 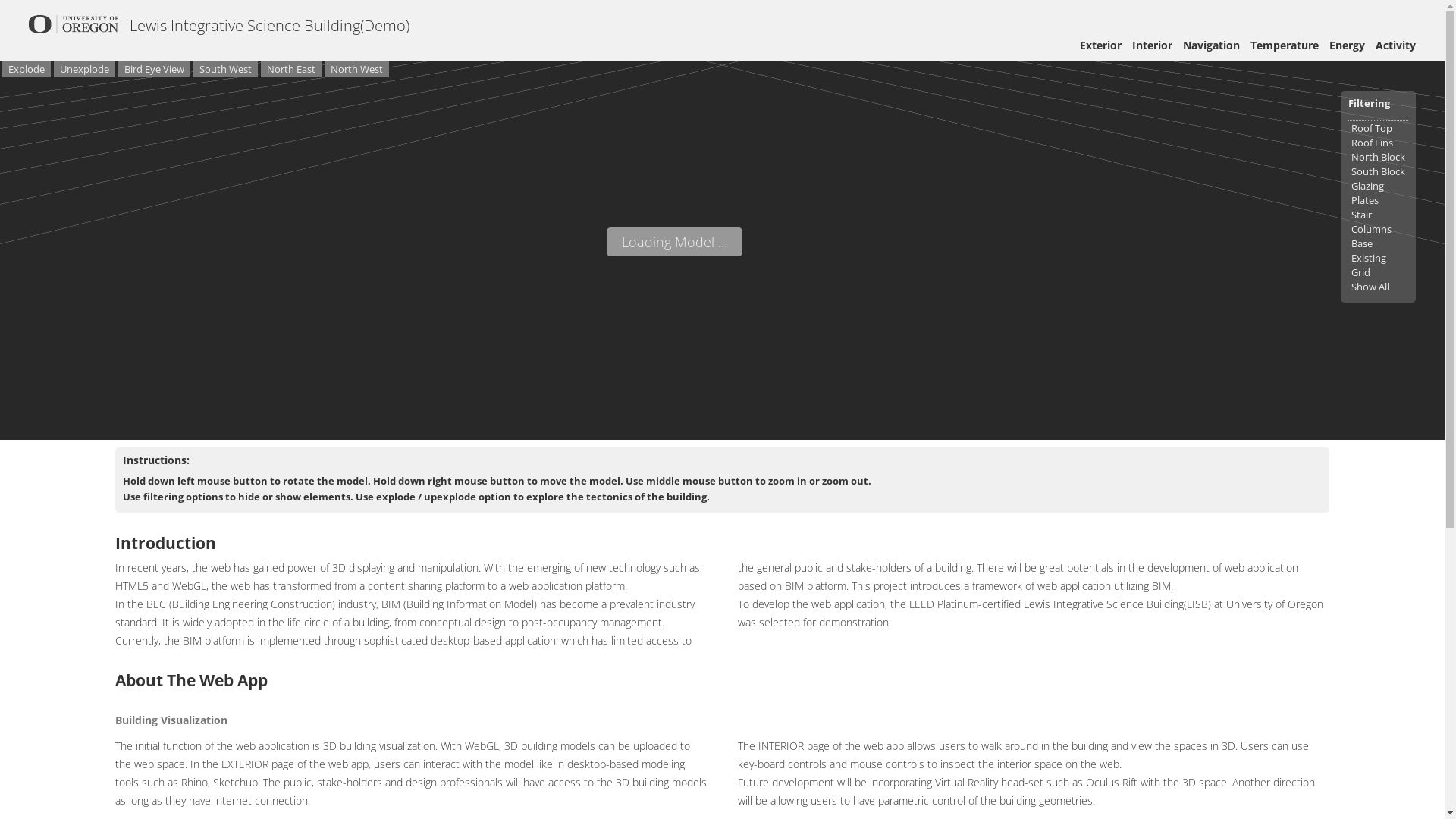 What do you see at coordinates (26, 69) in the screenshot?
I see `'Explode'` at bounding box center [26, 69].